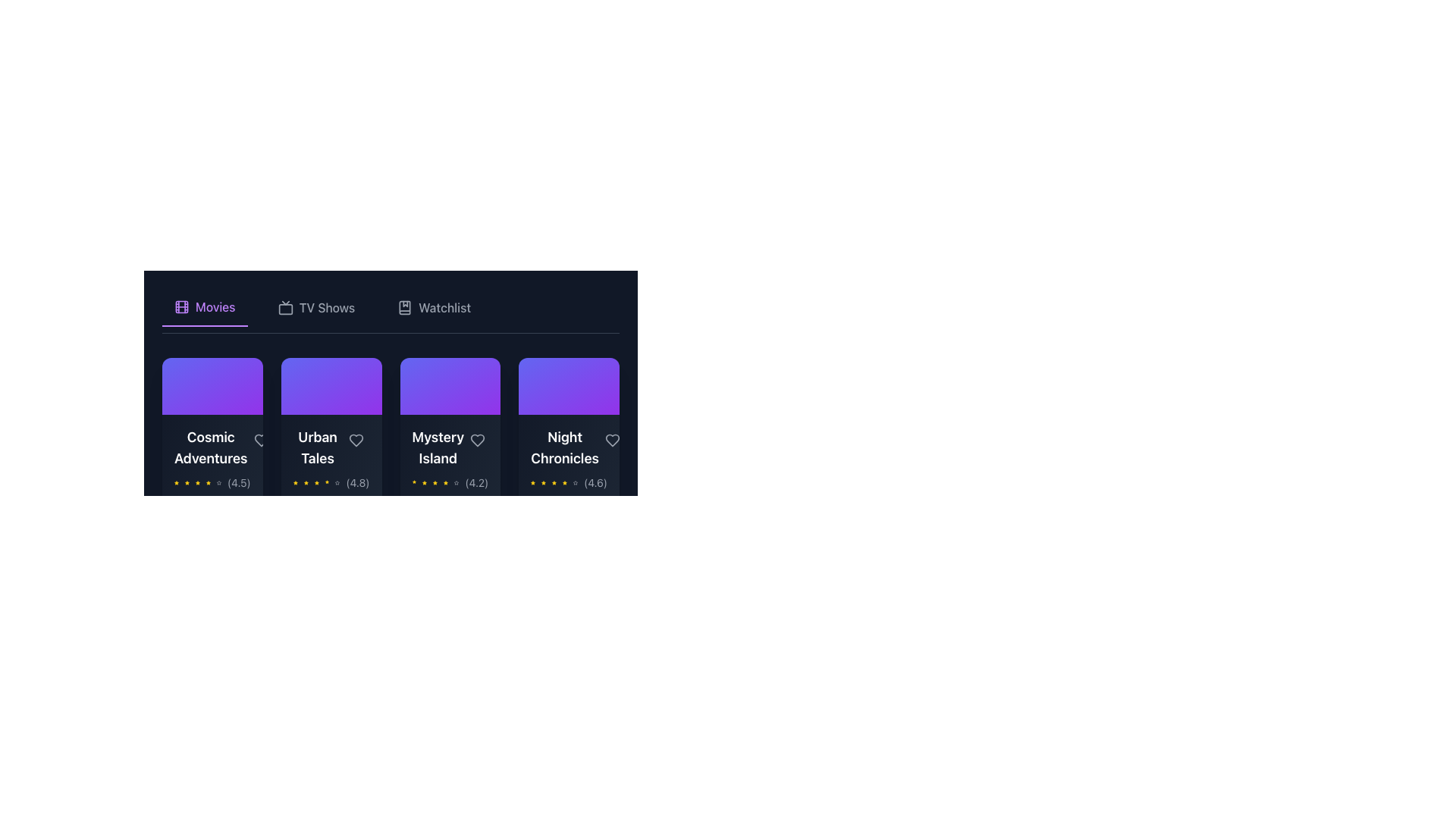 This screenshot has height=819, width=1456. What do you see at coordinates (404, 307) in the screenshot?
I see `the 'Watchlist' icon` at bounding box center [404, 307].